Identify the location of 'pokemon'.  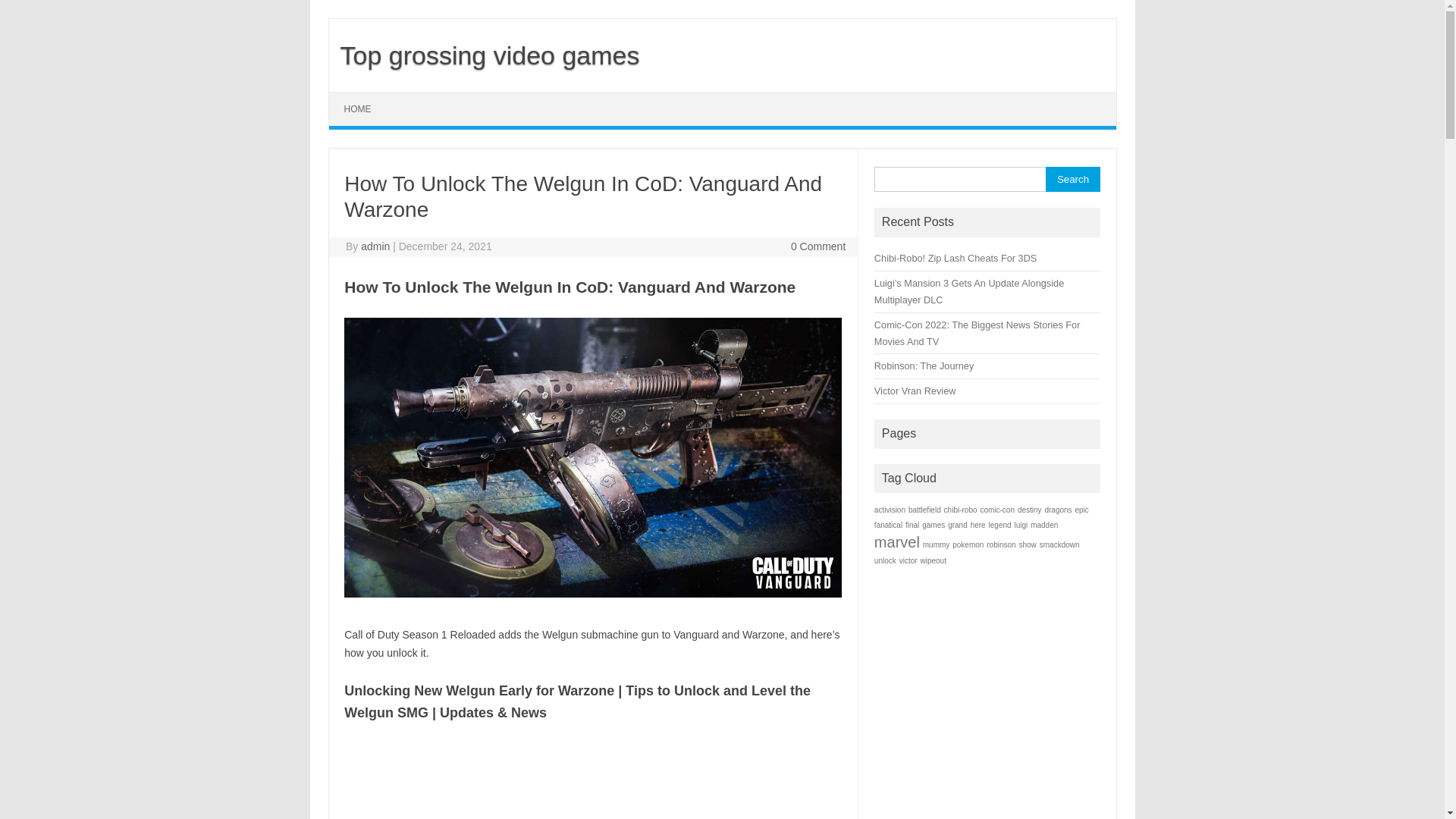
(967, 544).